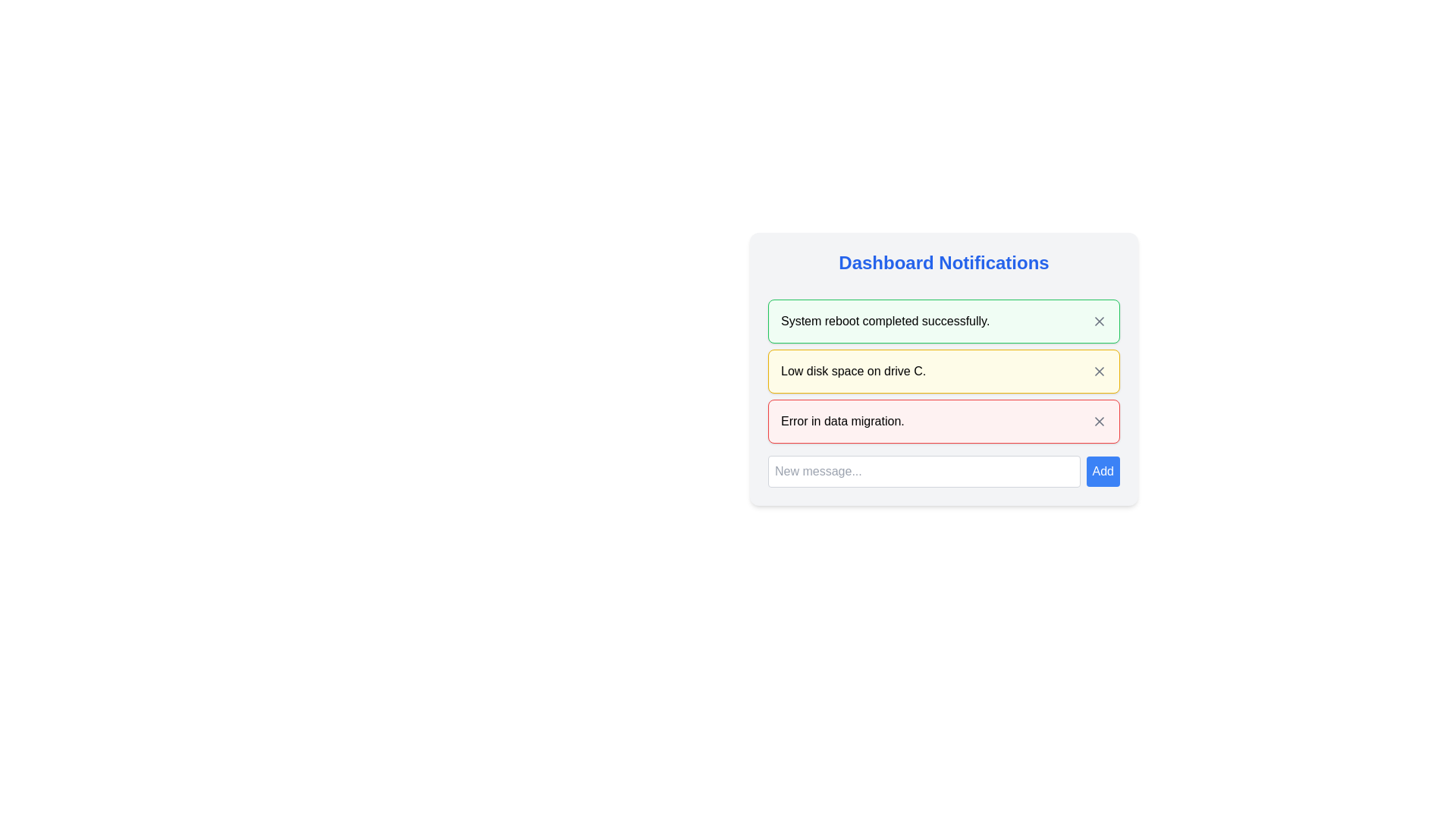 This screenshot has height=819, width=1456. What do you see at coordinates (853, 371) in the screenshot?
I see `warning message about low disk space on drive C, which is centrally located below the 'System reboot completed successfully.' notification in the dashboard interface` at bounding box center [853, 371].